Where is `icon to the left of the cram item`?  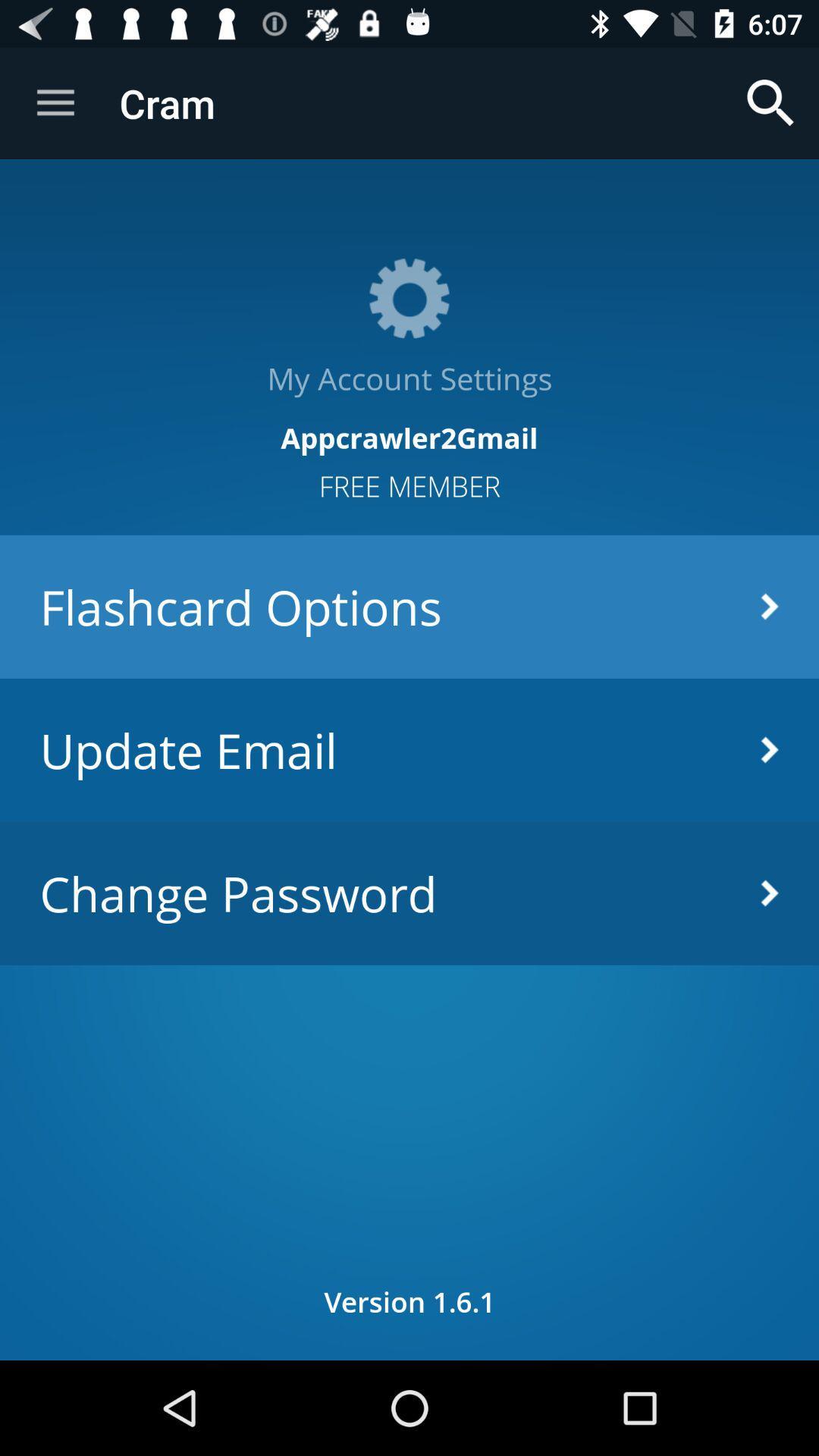
icon to the left of the cram item is located at coordinates (55, 102).